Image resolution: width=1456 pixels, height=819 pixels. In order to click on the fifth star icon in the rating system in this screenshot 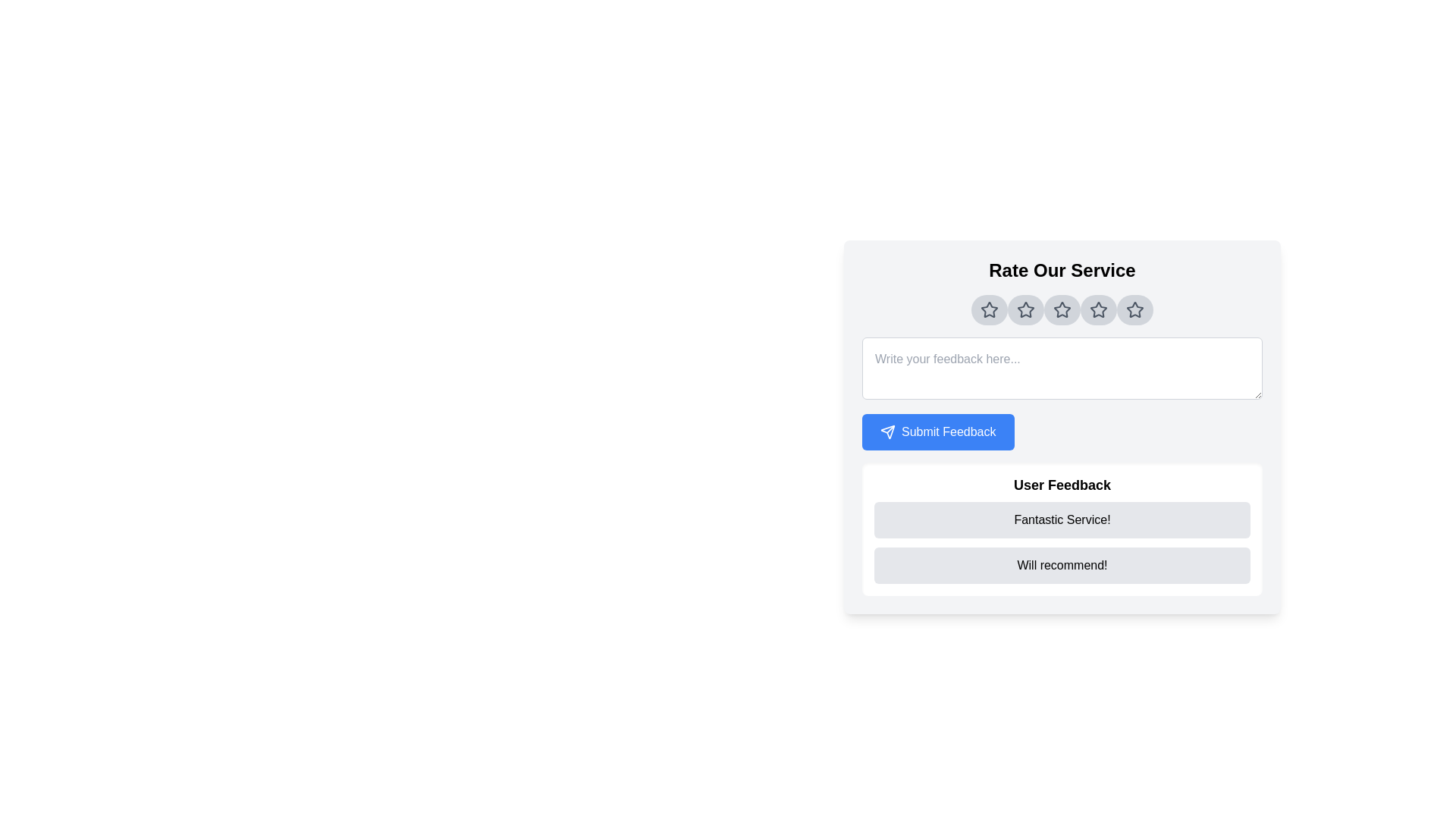, I will do `click(1134, 309)`.